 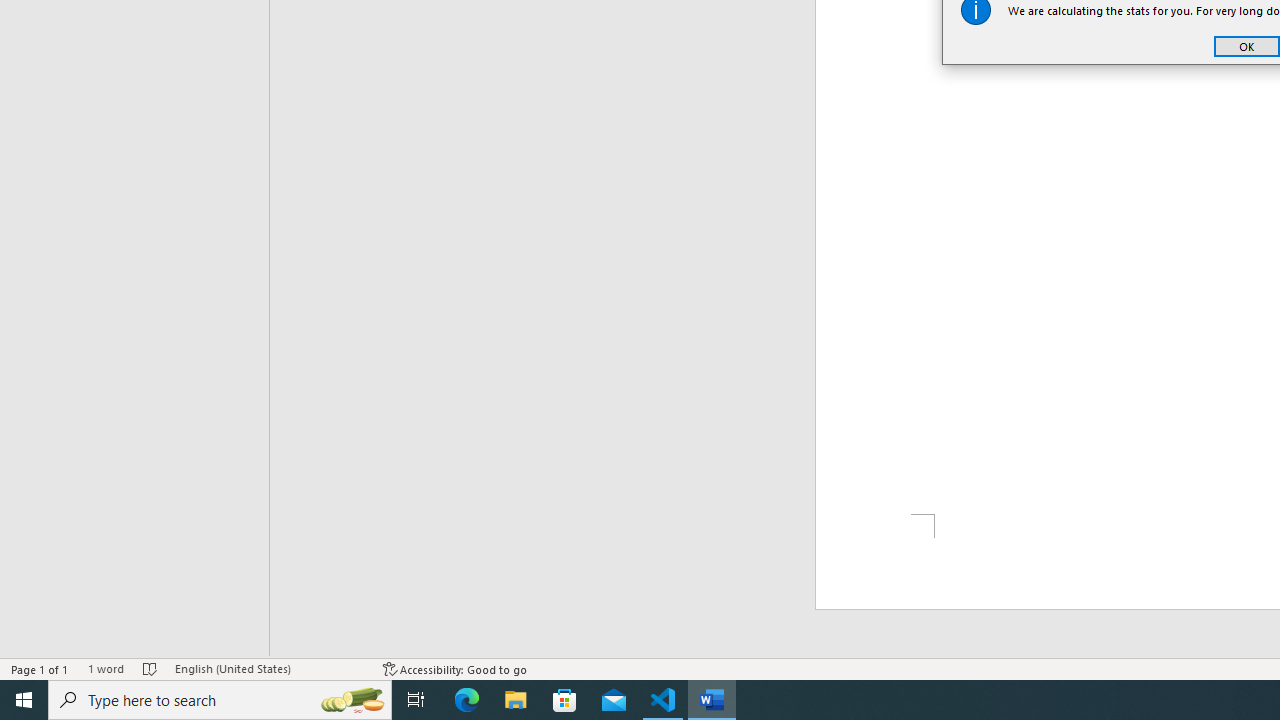 What do you see at coordinates (712, 698) in the screenshot?
I see `'Word - 1 running window'` at bounding box center [712, 698].